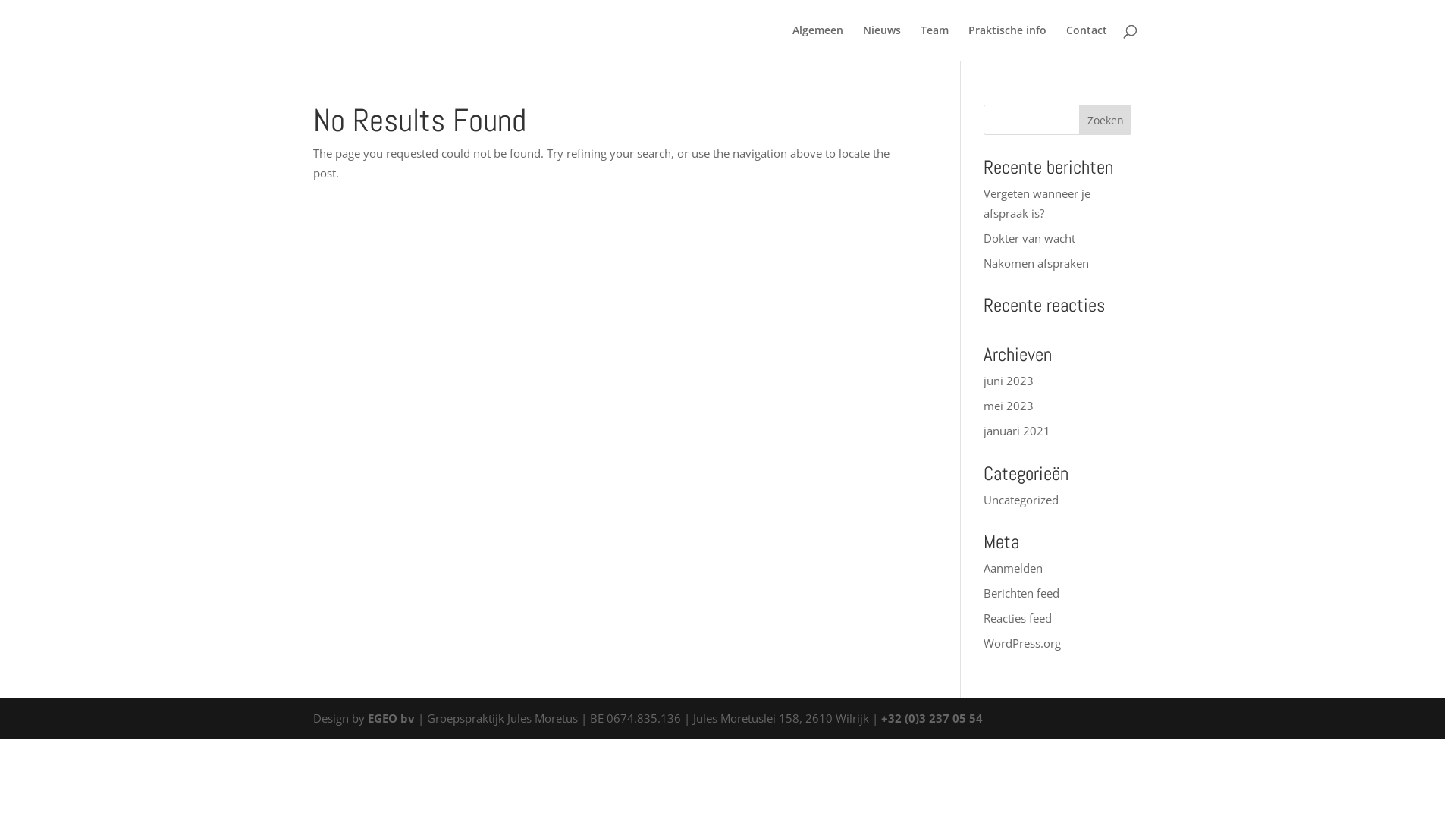 Image resolution: width=1456 pixels, height=819 pixels. Describe the element at coordinates (1018, 617) in the screenshot. I see `'Reacties feed'` at that location.